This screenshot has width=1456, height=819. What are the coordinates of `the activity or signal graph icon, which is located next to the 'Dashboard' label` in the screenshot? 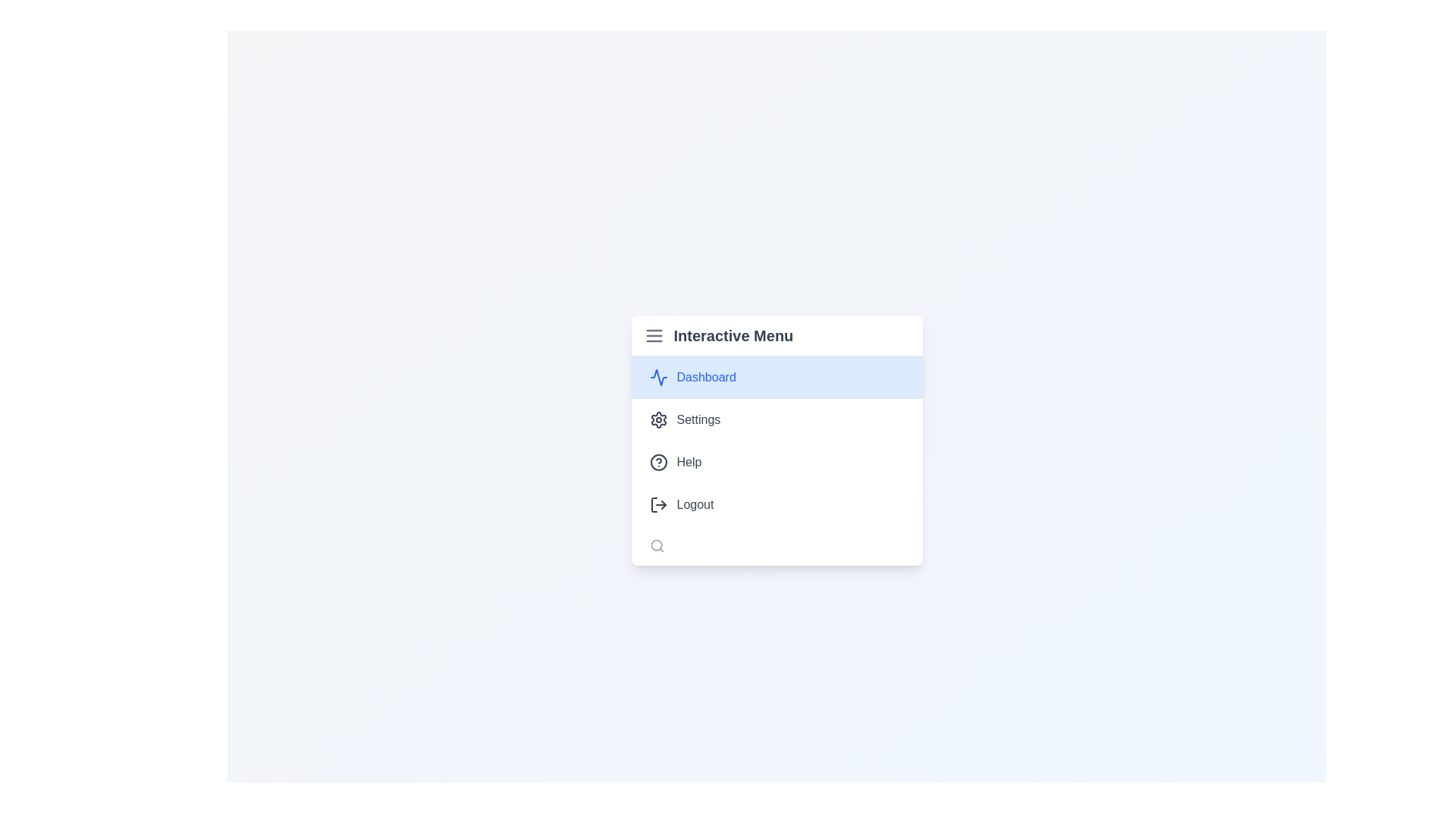 It's located at (658, 376).